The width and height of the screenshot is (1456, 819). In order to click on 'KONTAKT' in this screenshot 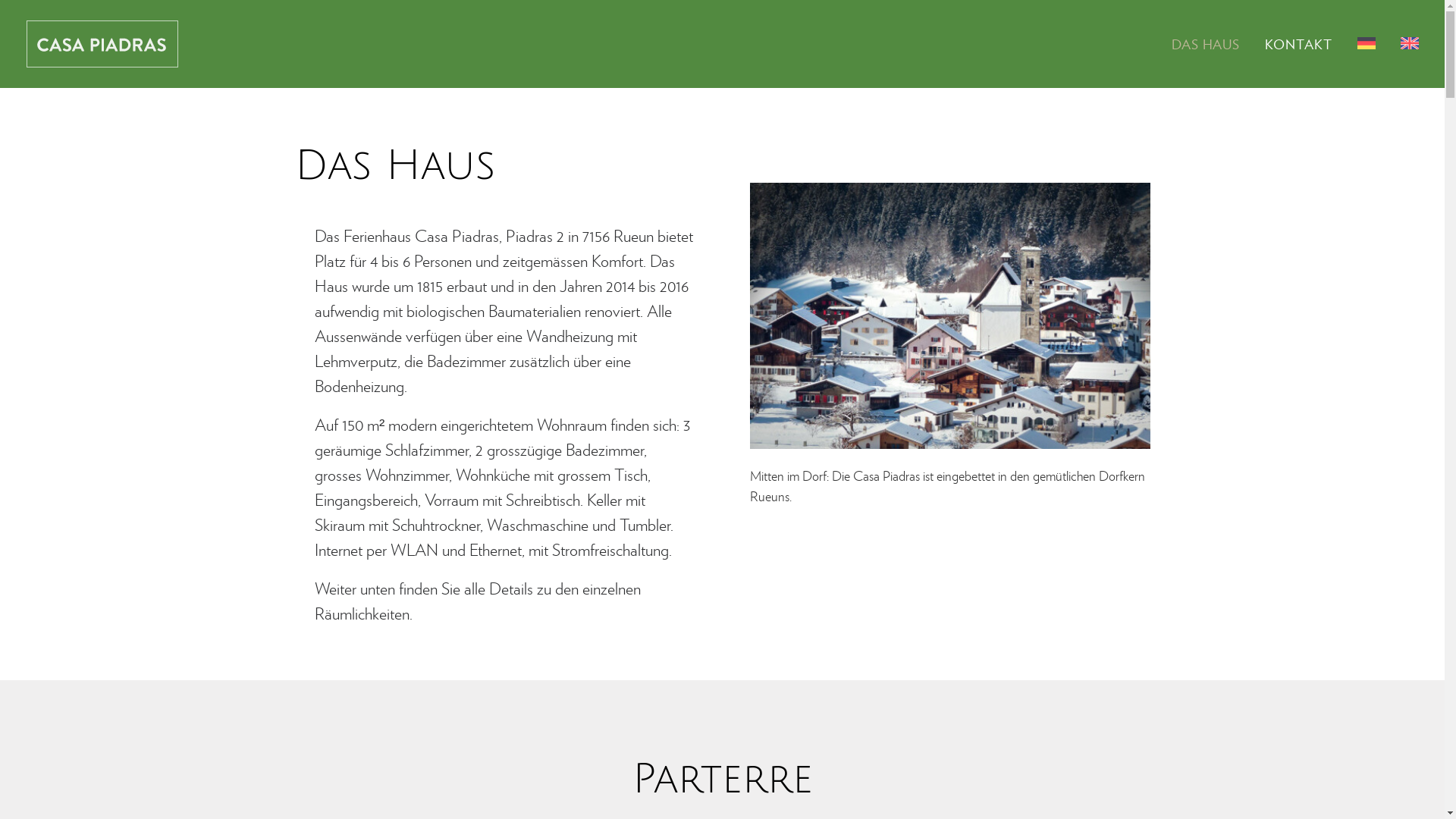, I will do `click(1298, 42)`.